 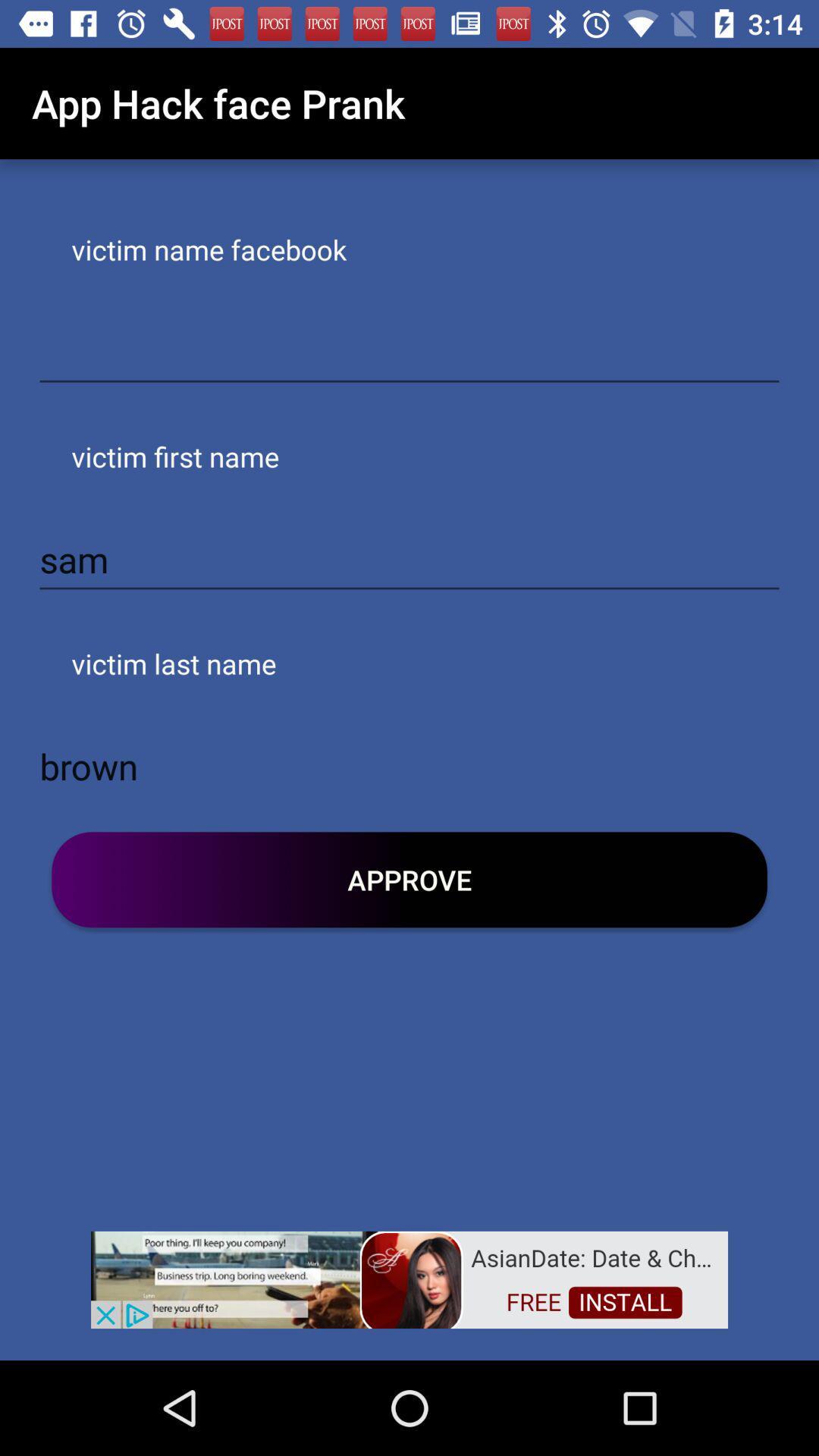 What do you see at coordinates (409, 1278) in the screenshot?
I see `advertisement page` at bounding box center [409, 1278].